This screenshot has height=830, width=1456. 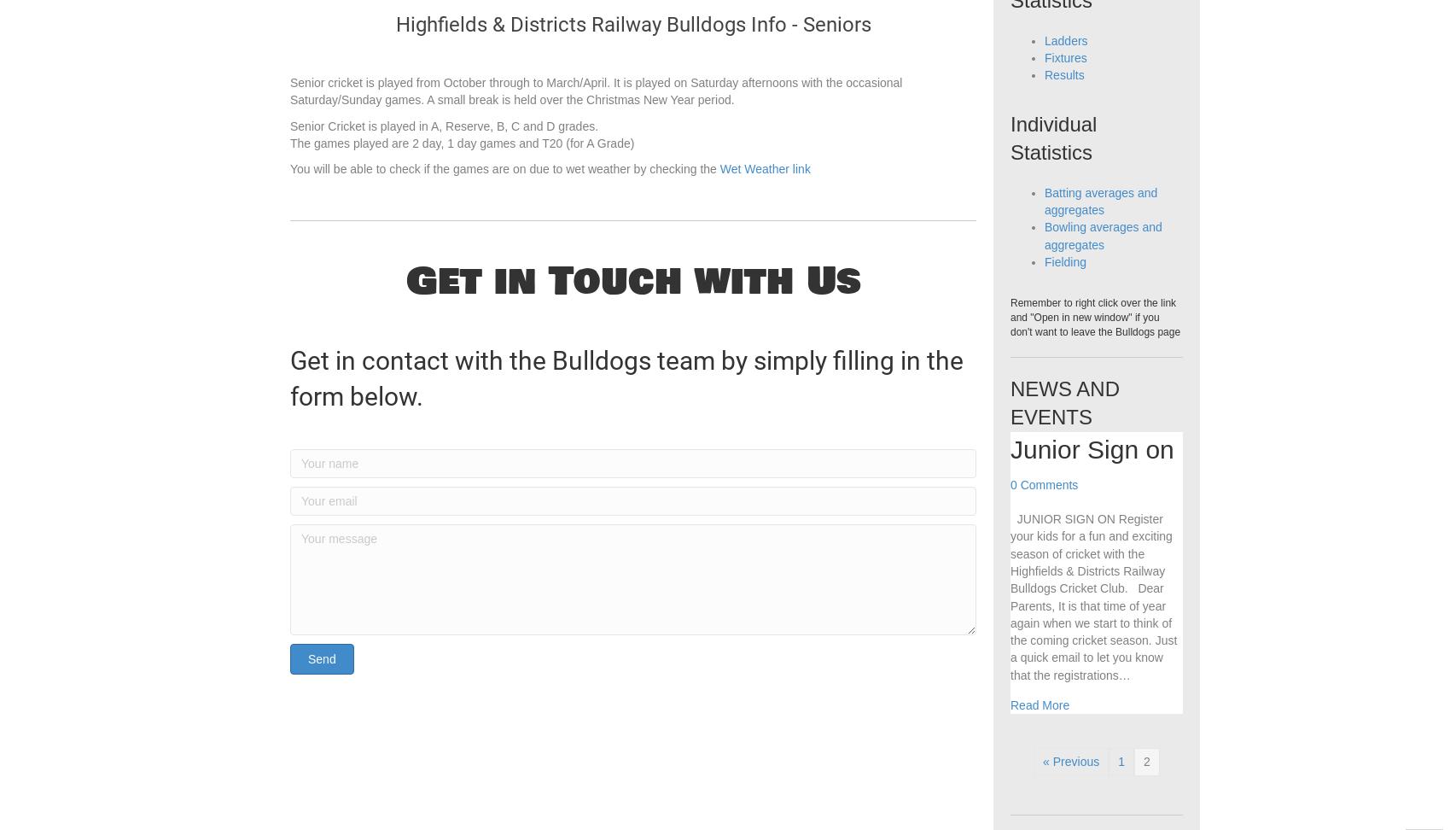 I want to click on '0 Comments', so click(x=1044, y=519).